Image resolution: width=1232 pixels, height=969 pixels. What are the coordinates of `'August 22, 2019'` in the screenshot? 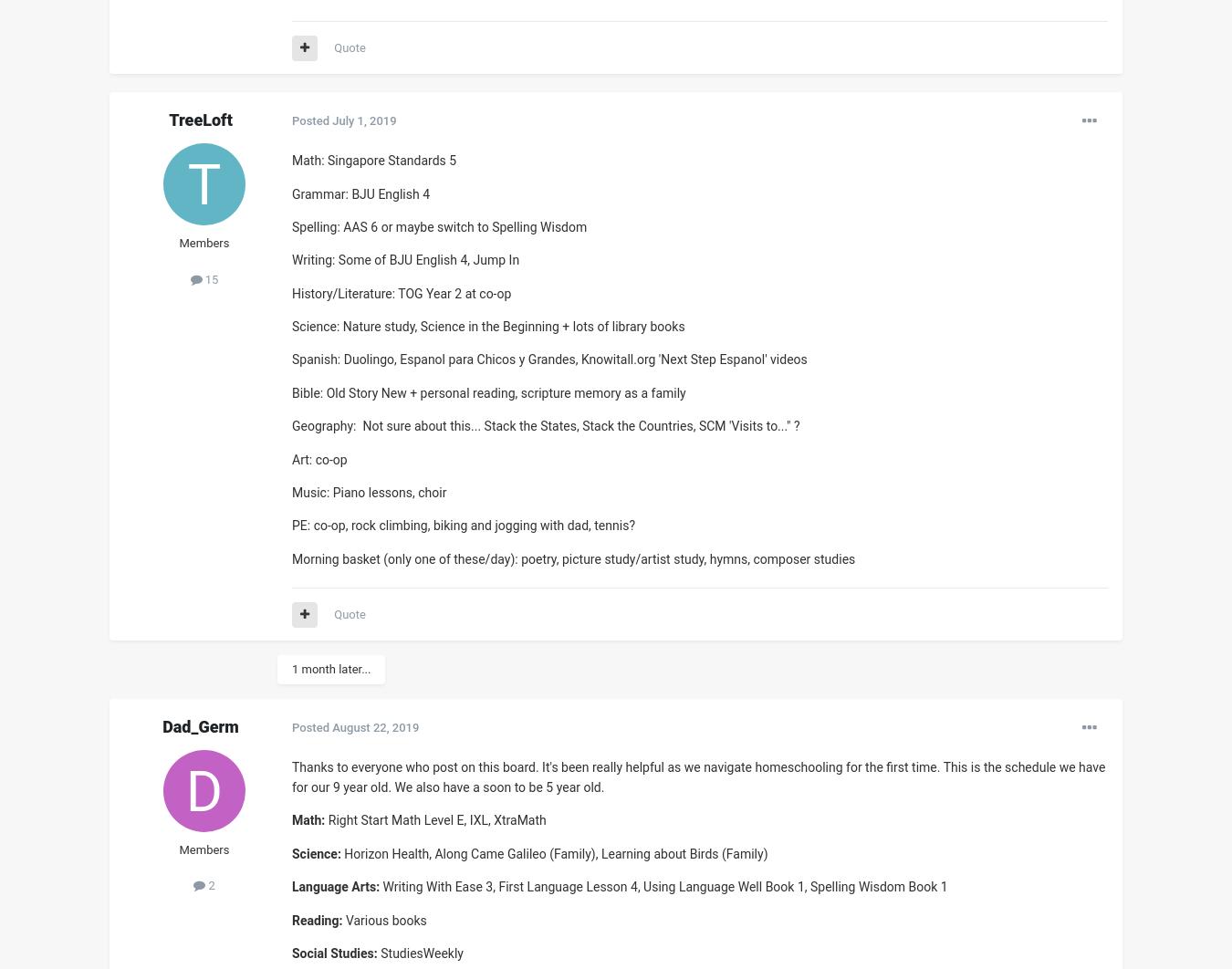 It's located at (375, 726).